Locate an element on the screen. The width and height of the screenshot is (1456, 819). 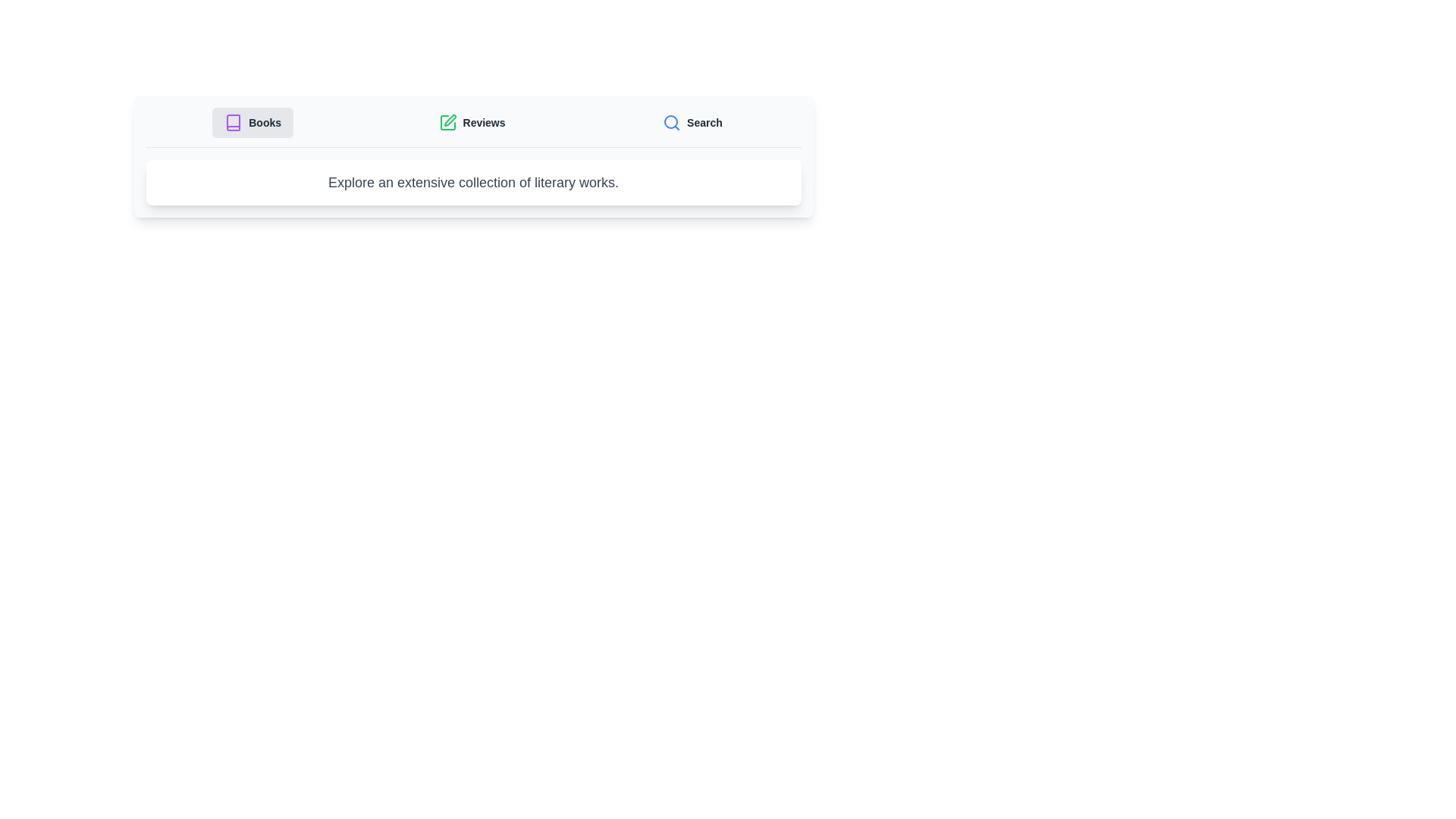
the tab labeled Reviews to observe its hover effect is located at coordinates (471, 122).